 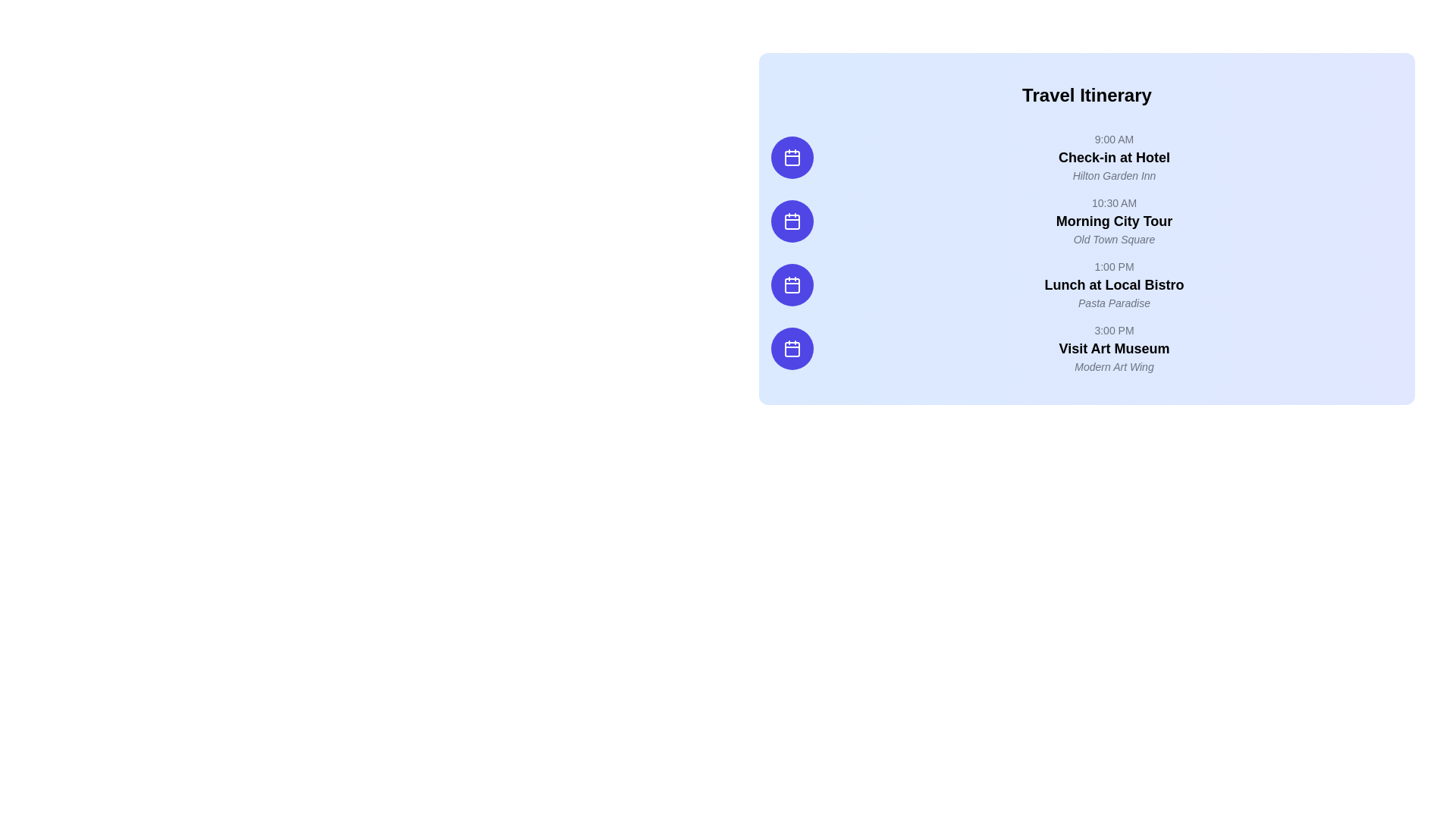 What do you see at coordinates (1114, 221) in the screenshot?
I see `the text block that displays details of a scheduled event, located in the middle of the itinerary list, specifically the second event below 'Check-in at Hotel' and above 'Lunch at Local Bistro'` at bounding box center [1114, 221].